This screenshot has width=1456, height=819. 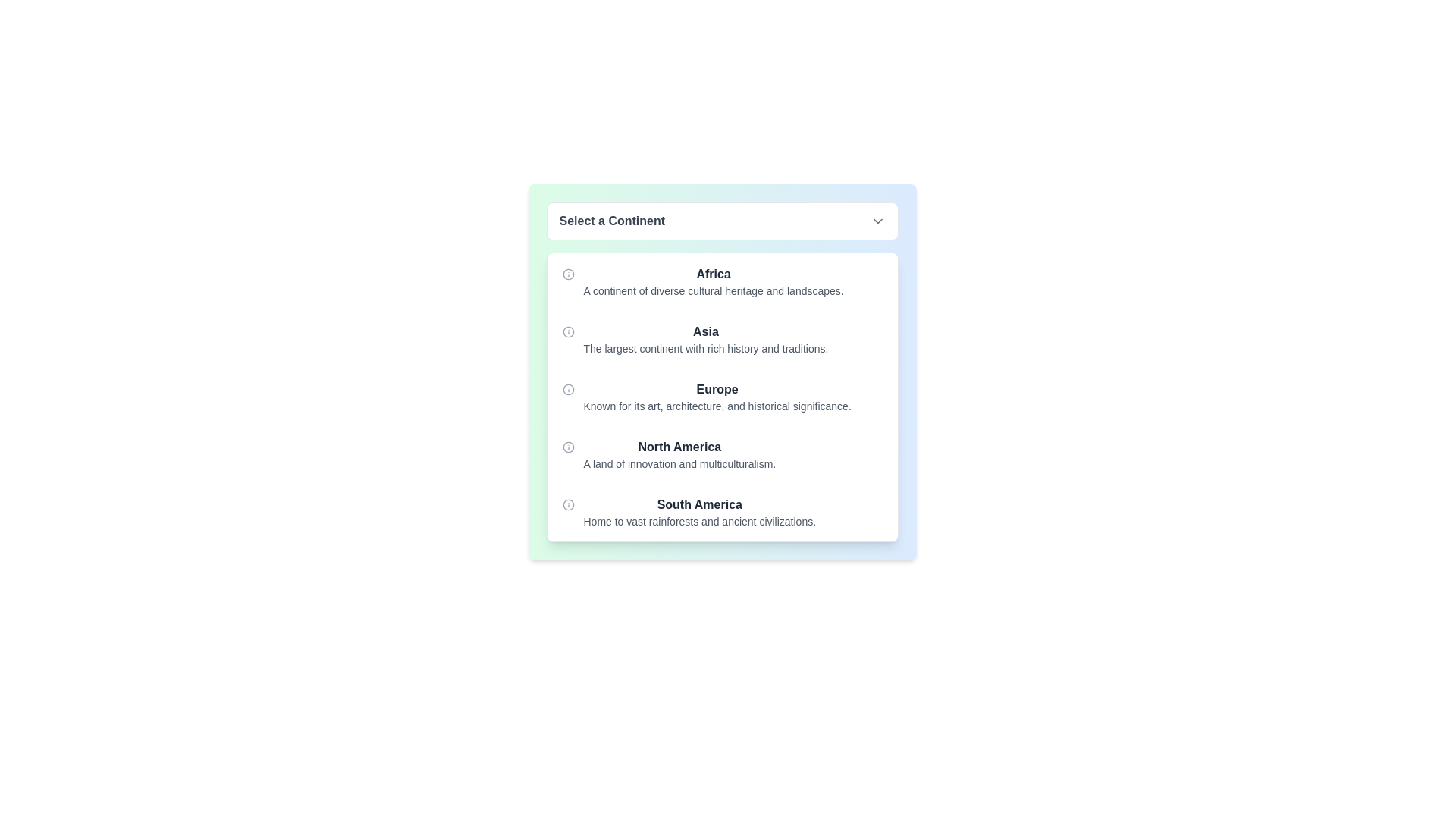 I want to click on the descriptive text label providing information about the 'Africa' selection option in the list, which is positioned directly below the 'Africa' heading, so click(x=713, y=291).